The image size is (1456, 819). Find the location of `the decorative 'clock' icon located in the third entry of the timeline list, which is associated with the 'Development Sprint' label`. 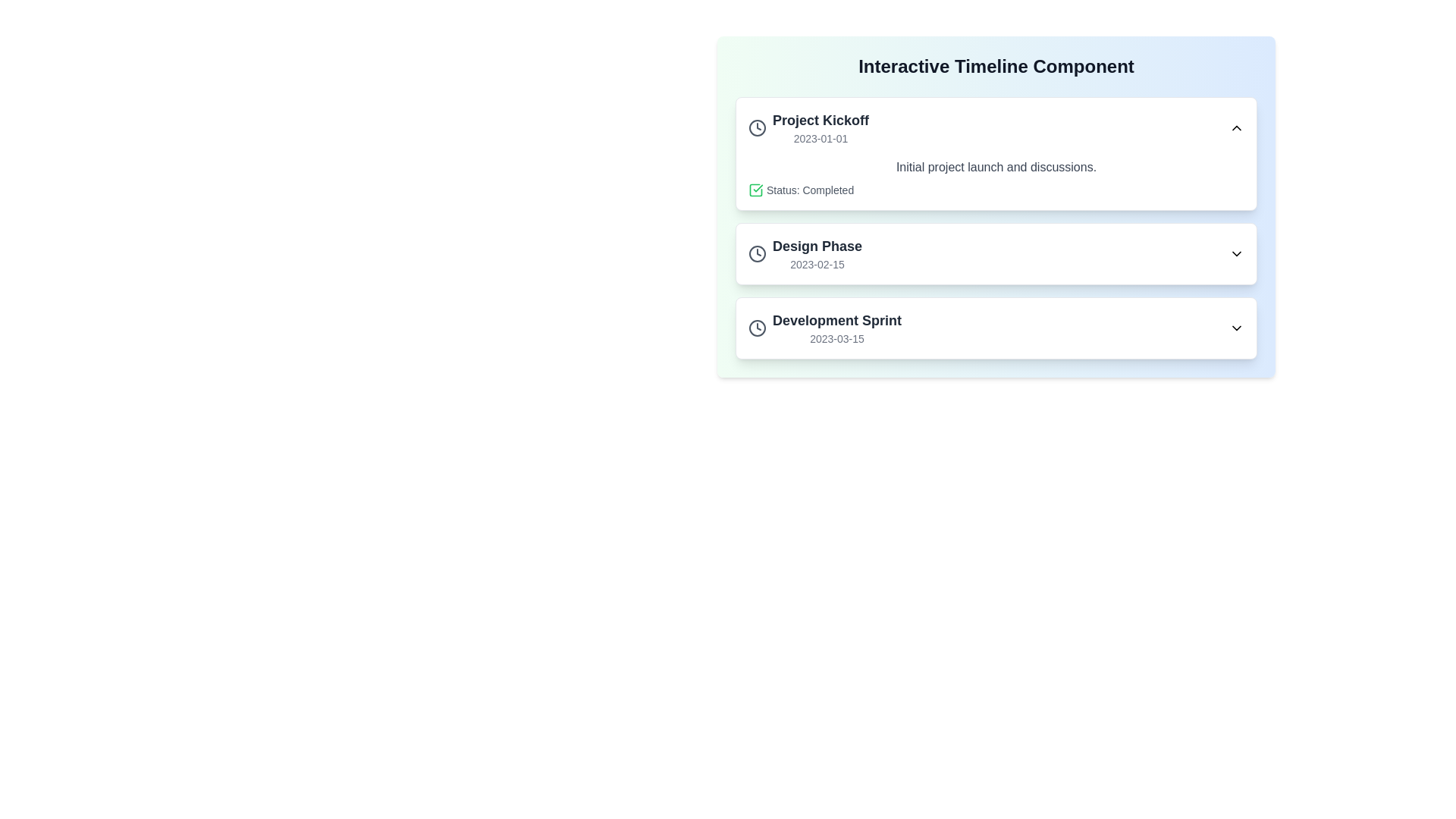

the decorative 'clock' icon located in the third entry of the timeline list, which is associated with the 'Development Sprint' label is located at coordinates (757, 327).